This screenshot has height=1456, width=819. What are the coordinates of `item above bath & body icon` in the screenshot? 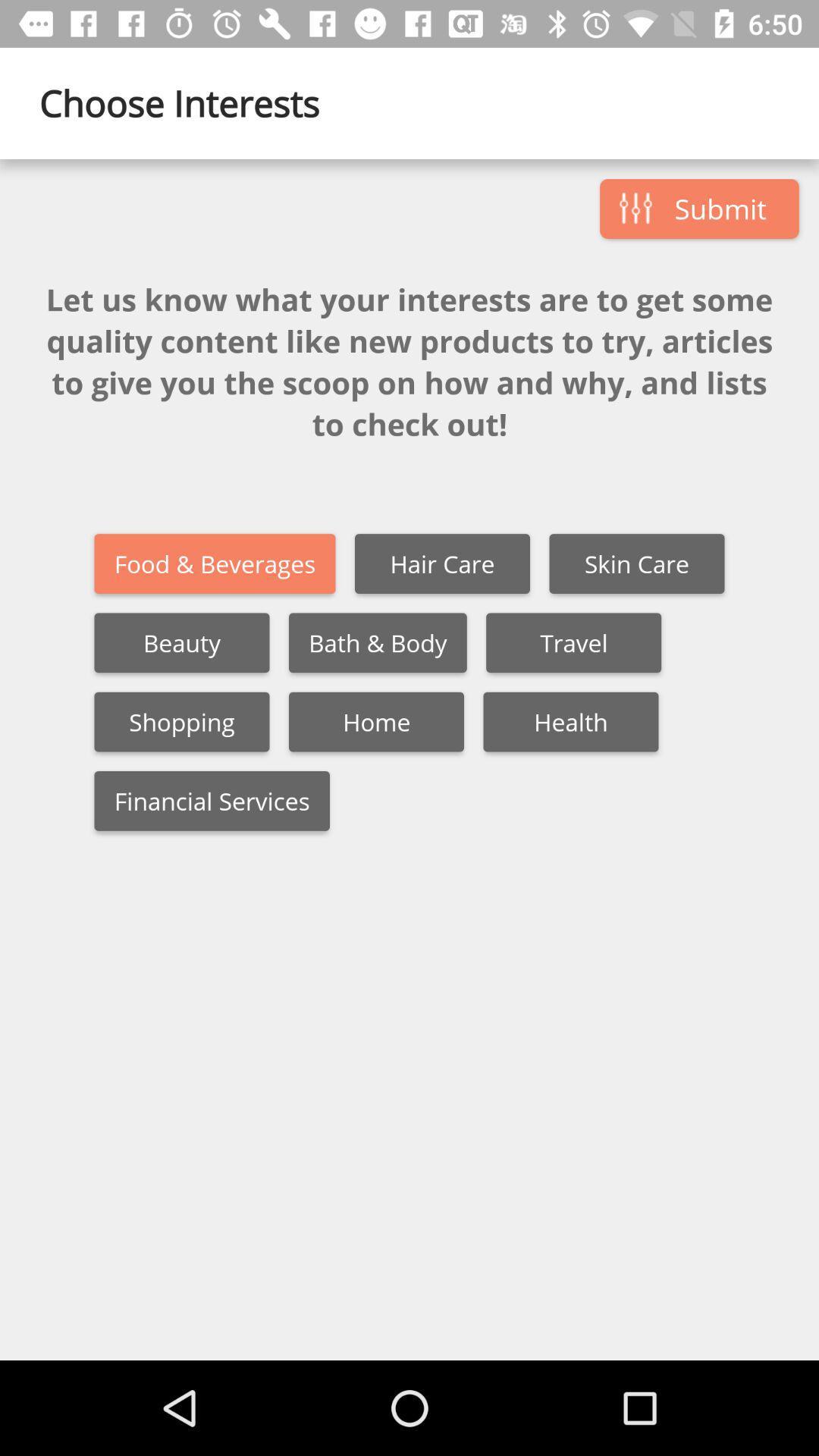 It's located at (442, 563).